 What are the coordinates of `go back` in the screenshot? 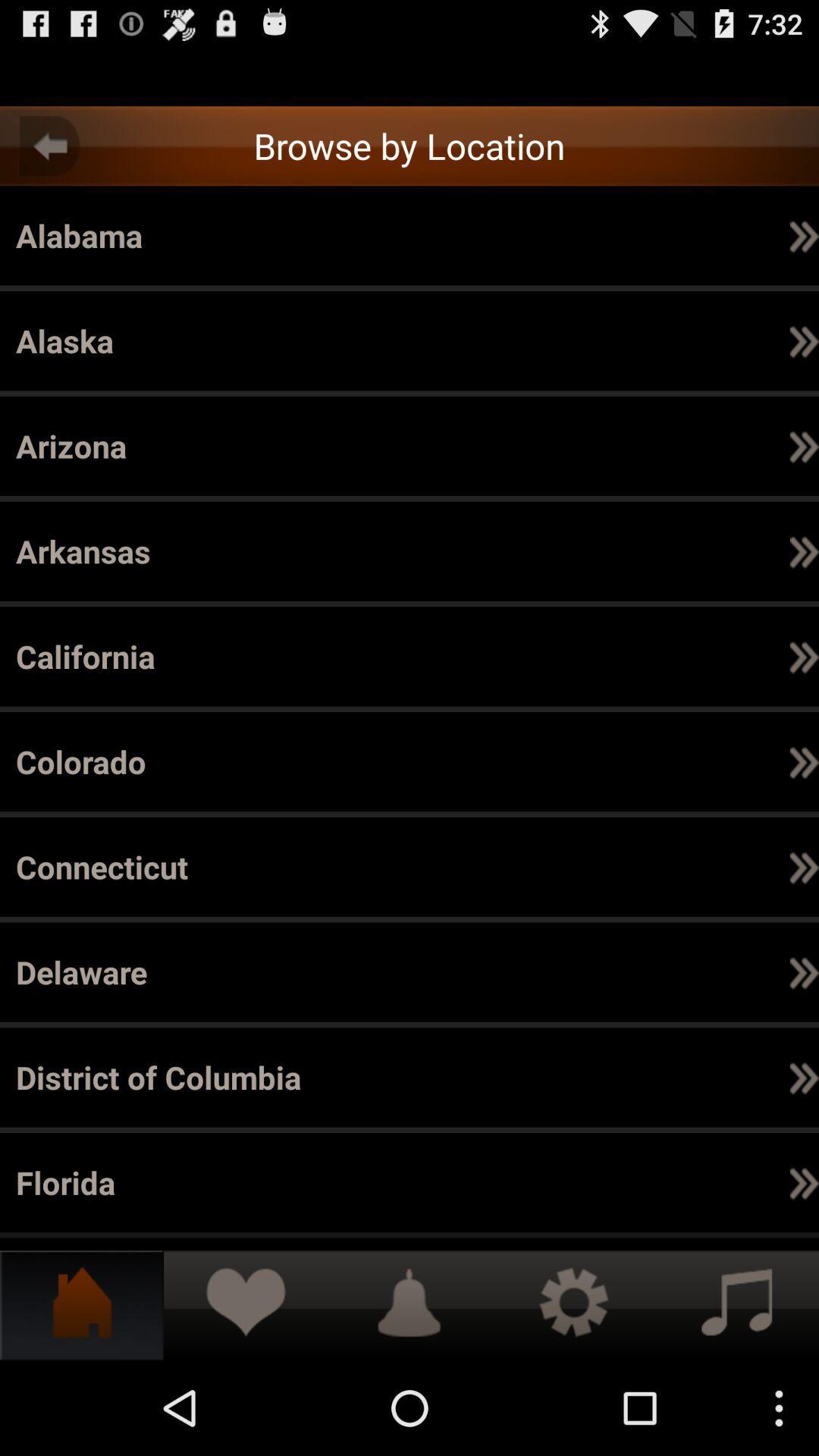 It's located at (49, 146).